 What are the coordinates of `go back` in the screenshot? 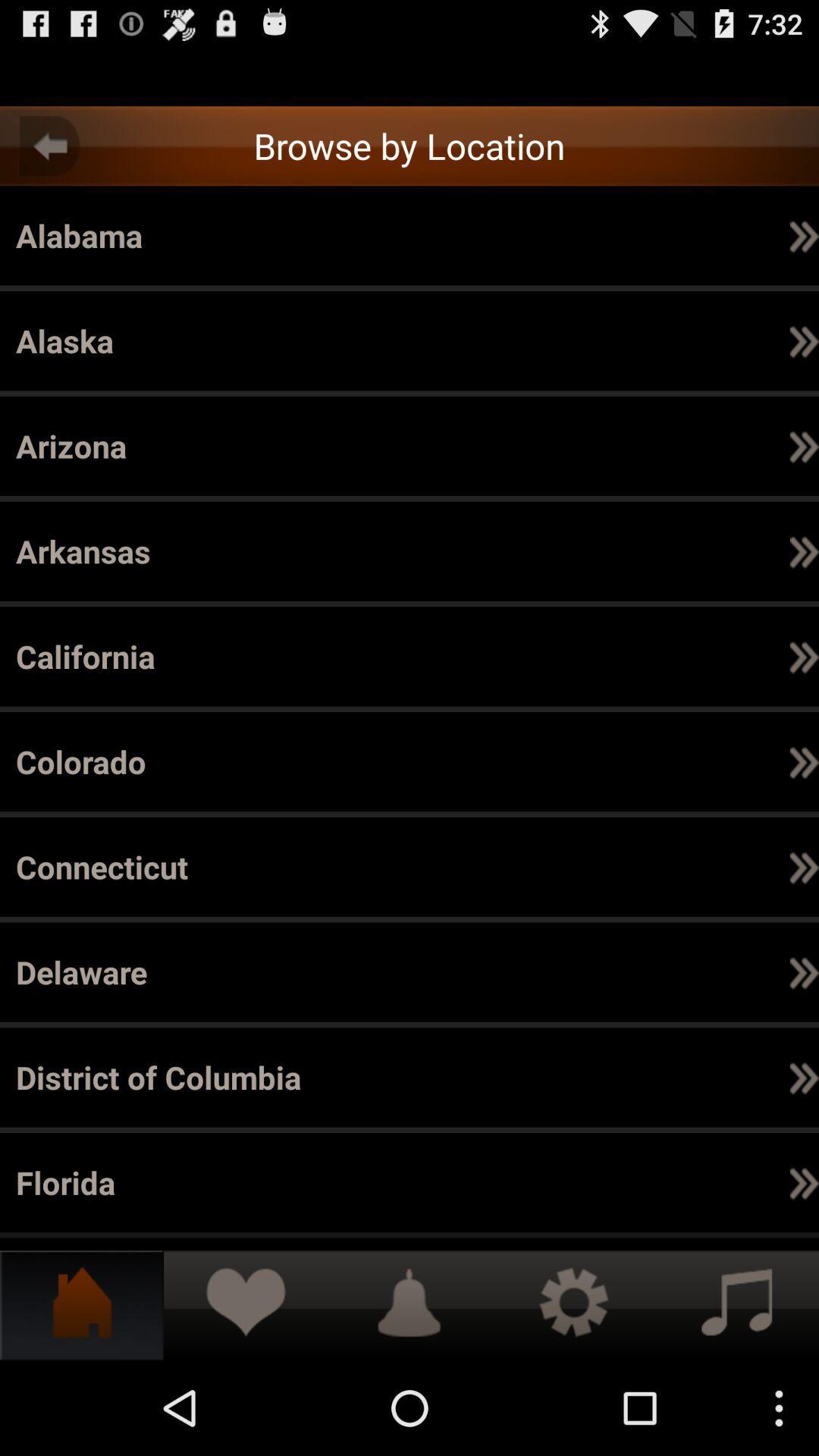 It's located at (49, 146).